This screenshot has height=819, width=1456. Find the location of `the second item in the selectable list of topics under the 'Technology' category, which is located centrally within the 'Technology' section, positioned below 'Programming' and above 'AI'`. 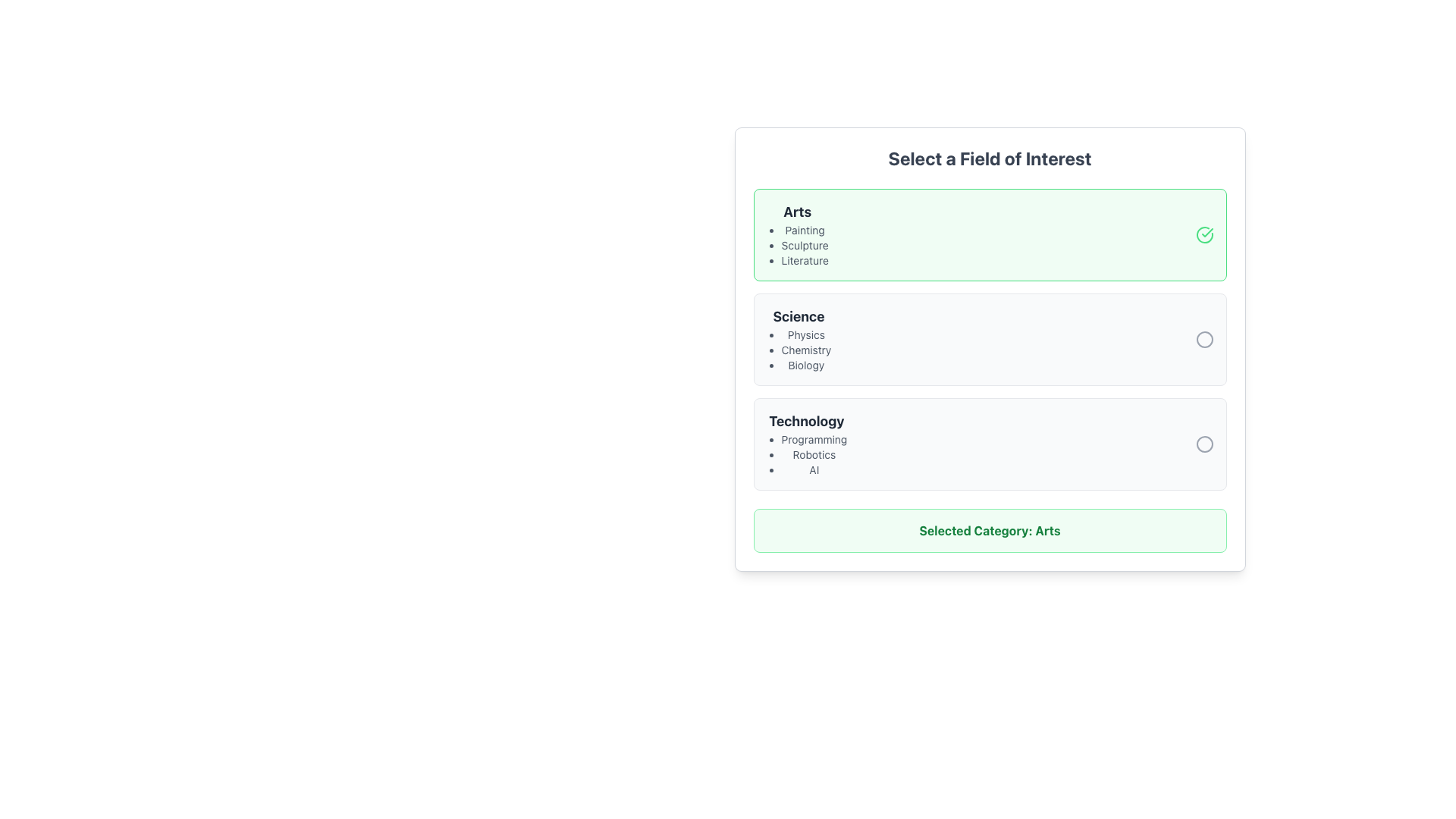

the second item in the selectable list of topics under the 'Technology' category, which is located centrally within the 'Technology' section, positioned below 'Programming' and above 'AI' is located at coordinates (813, 454).